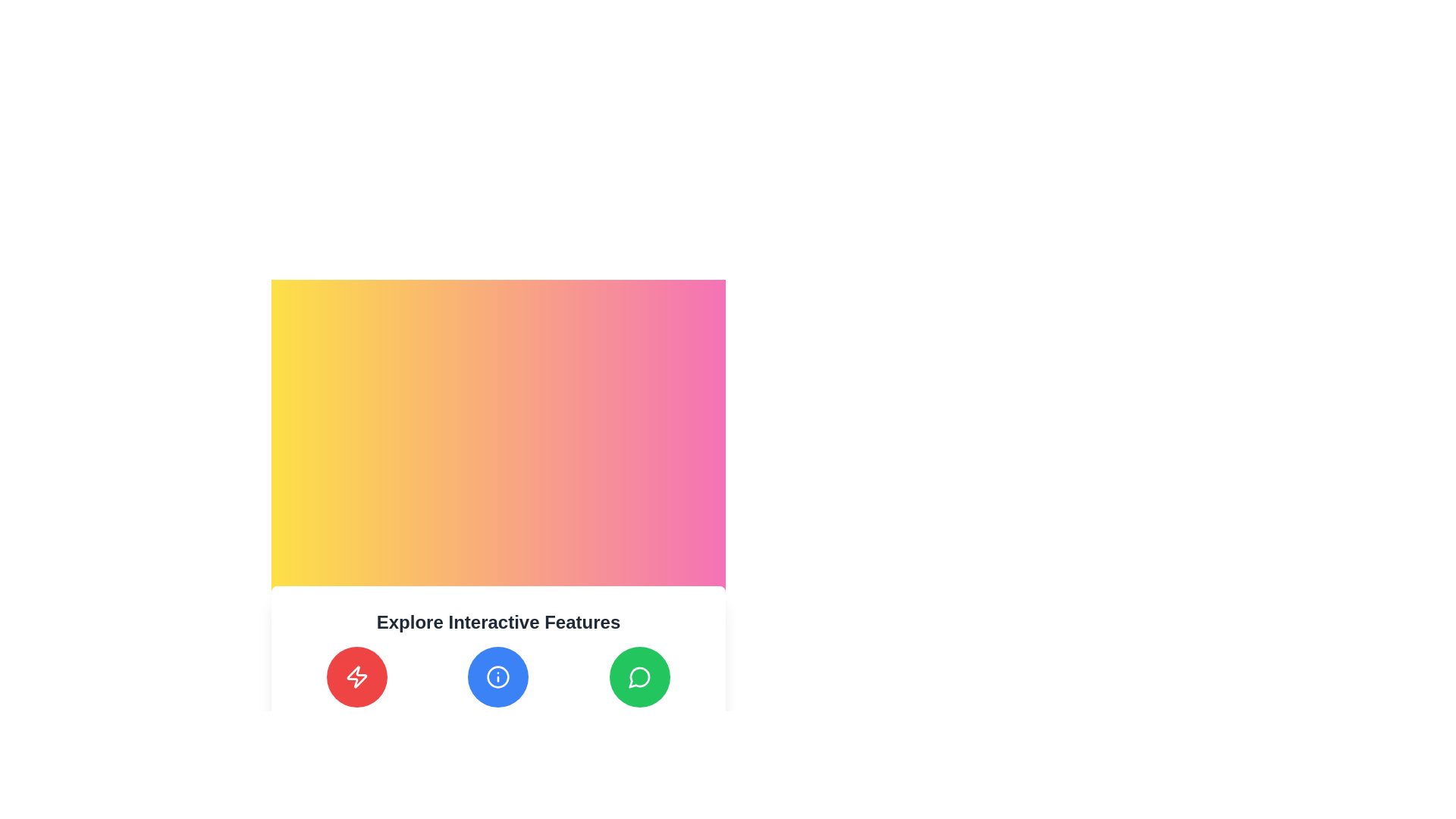  What do you see at coordinates (498, 676) in the screenshot?
I see `the middle circular button located below the 'Explore Interactive Features' header to visualize its hover state` at bounding box center [498, 676].